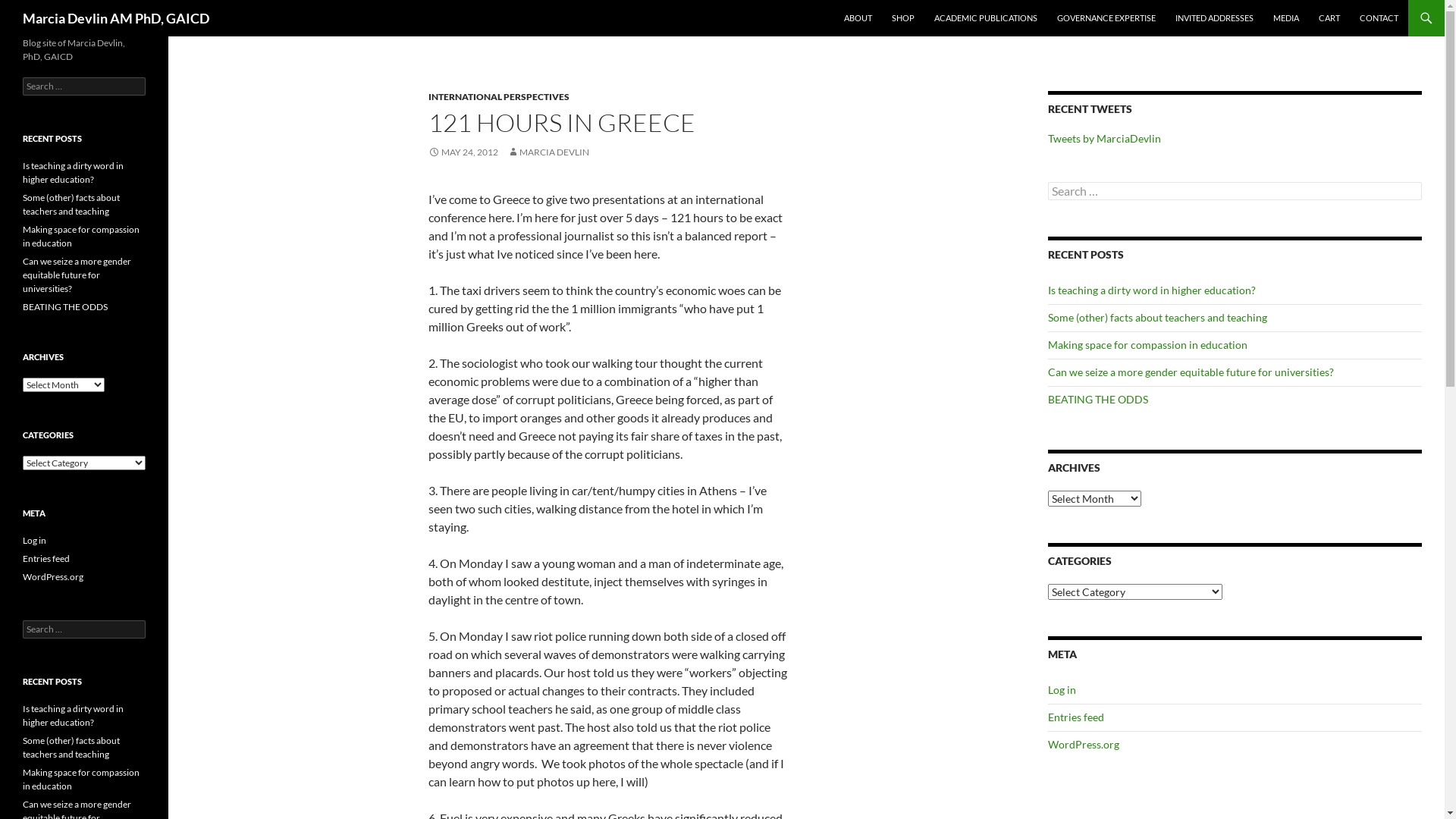  I want to click on 'ACADEMIC PUBLICATIONS', so click(986, 17).